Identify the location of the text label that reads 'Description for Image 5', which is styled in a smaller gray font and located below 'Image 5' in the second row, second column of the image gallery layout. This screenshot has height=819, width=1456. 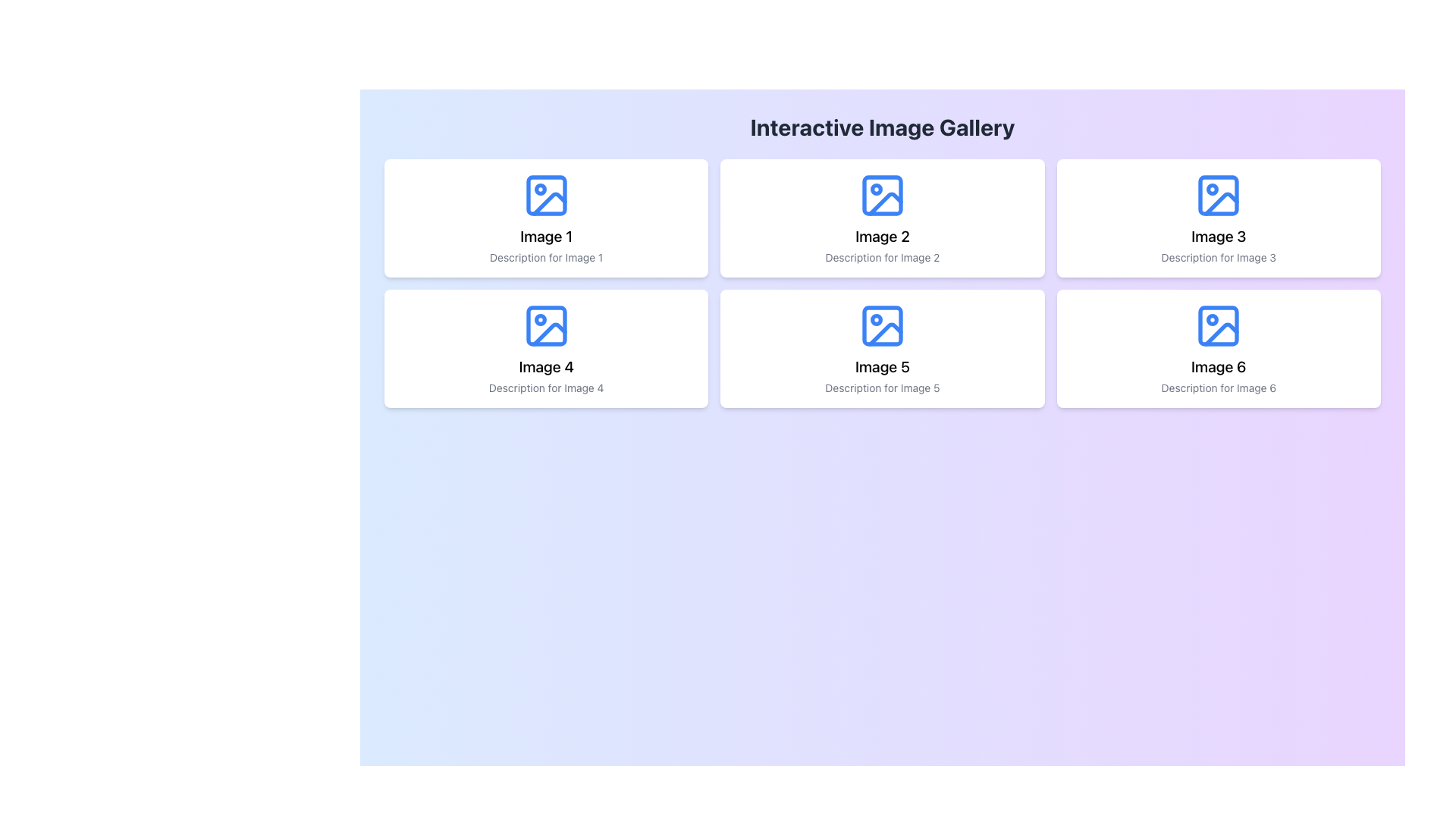
(882, 388).